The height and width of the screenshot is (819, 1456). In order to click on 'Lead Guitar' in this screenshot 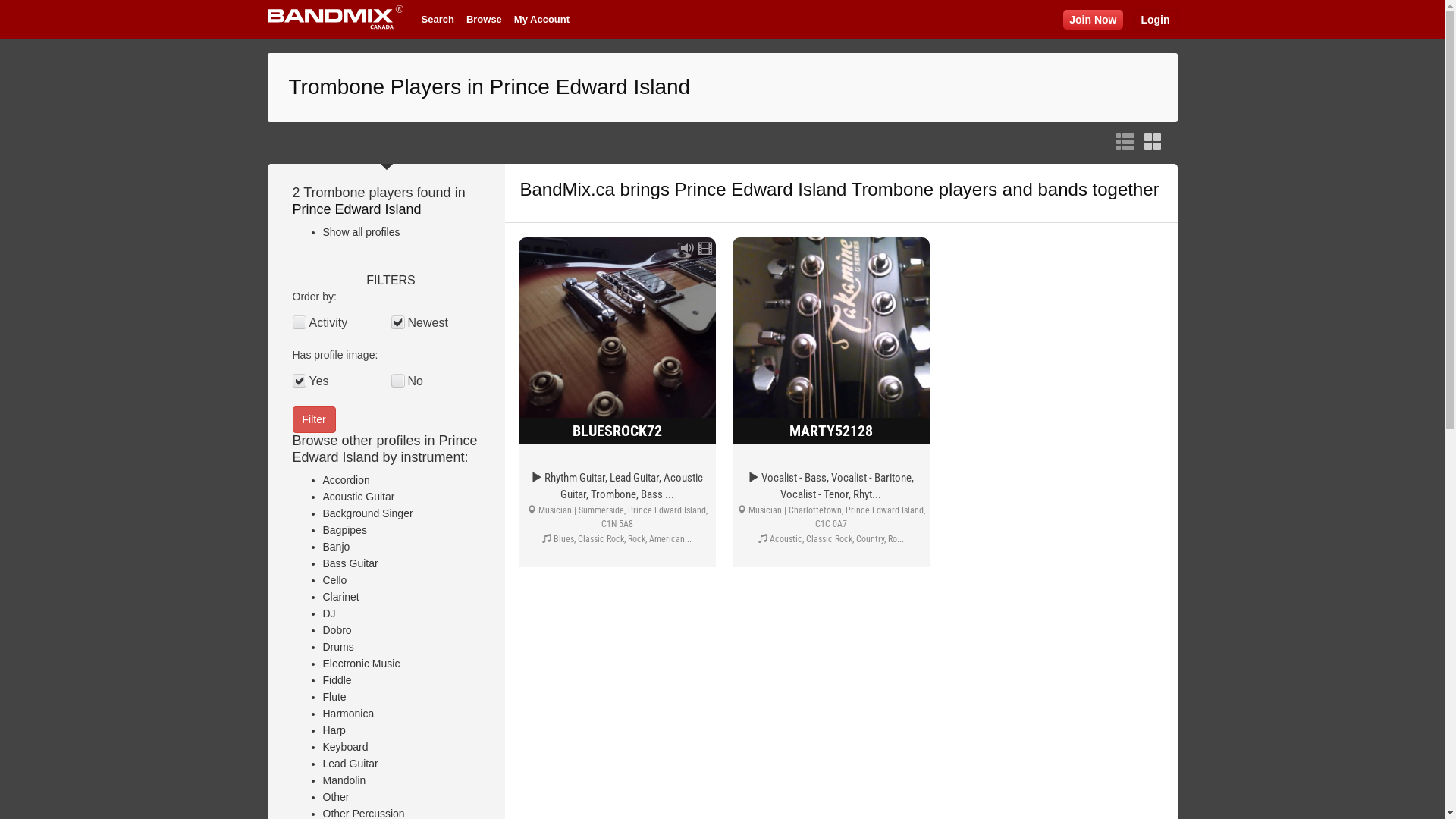, I will do `click(322, 763)`.